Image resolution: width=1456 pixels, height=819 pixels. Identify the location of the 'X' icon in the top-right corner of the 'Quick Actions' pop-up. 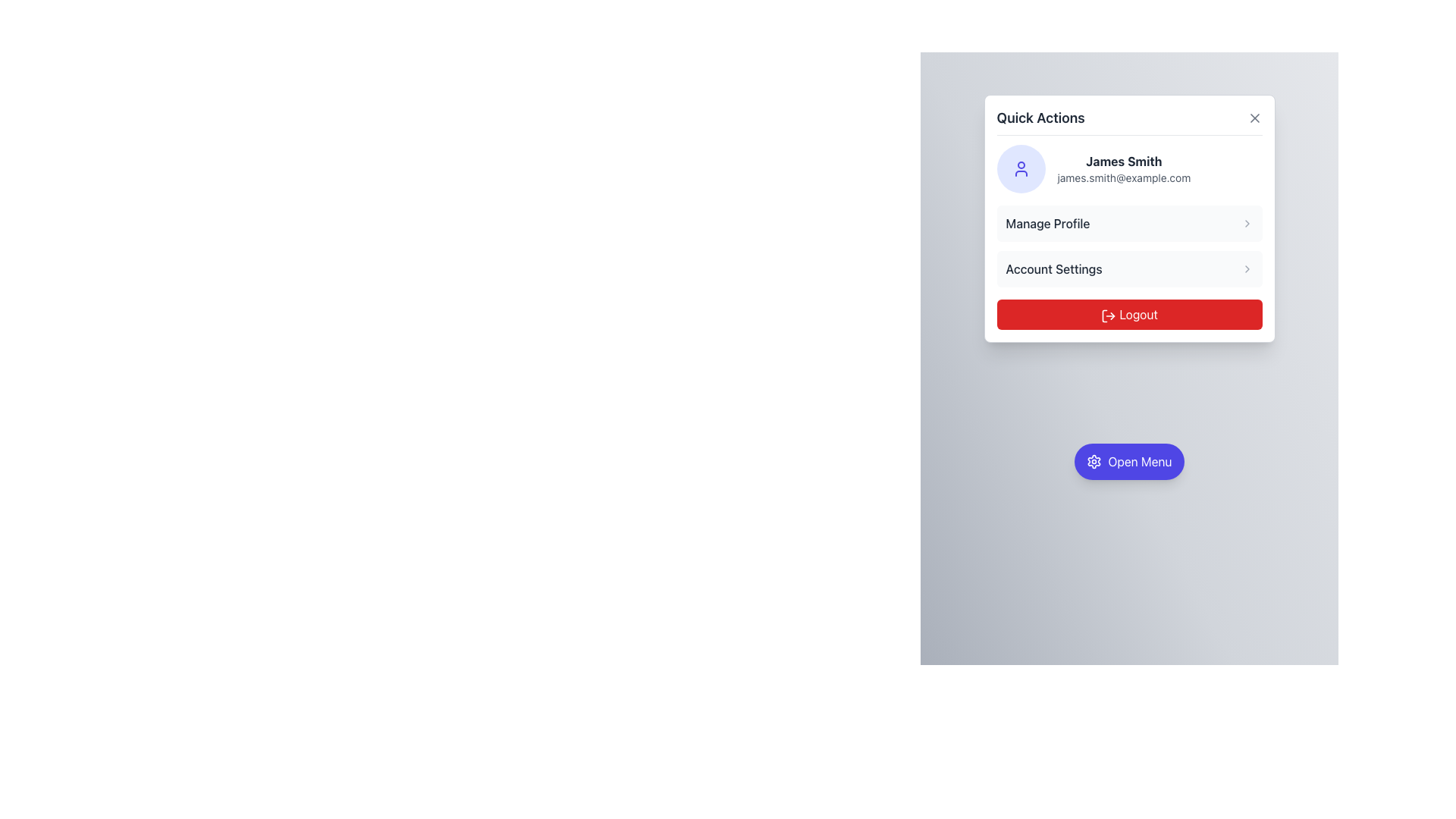
(1254, 117).